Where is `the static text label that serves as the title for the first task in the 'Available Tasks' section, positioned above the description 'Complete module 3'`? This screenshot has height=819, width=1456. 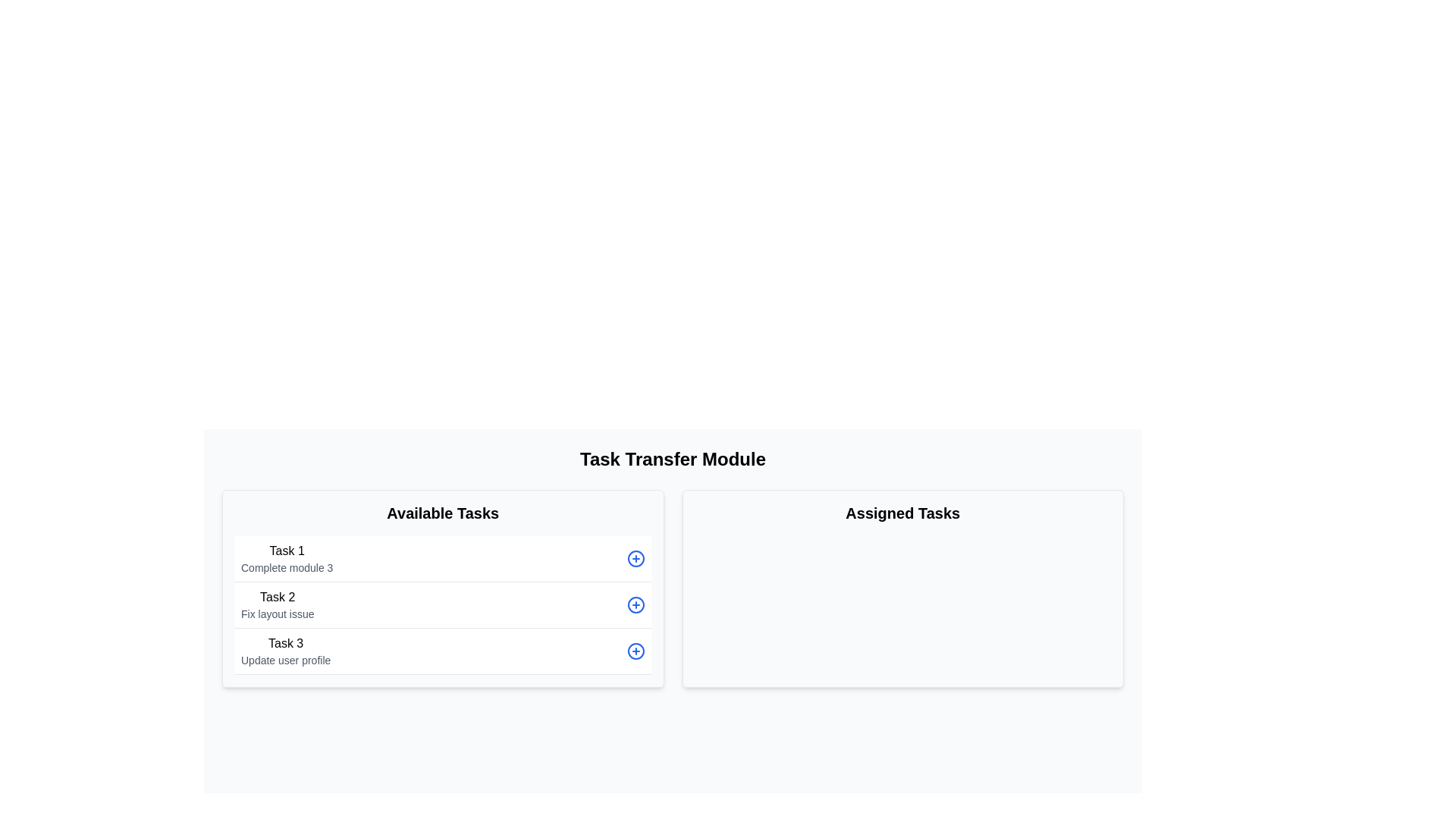
the static text label that serves as the title for the first task in the 'Available Tasks' section, positioned above the description 'Complete module 3' is located at coordinates (287, 551).